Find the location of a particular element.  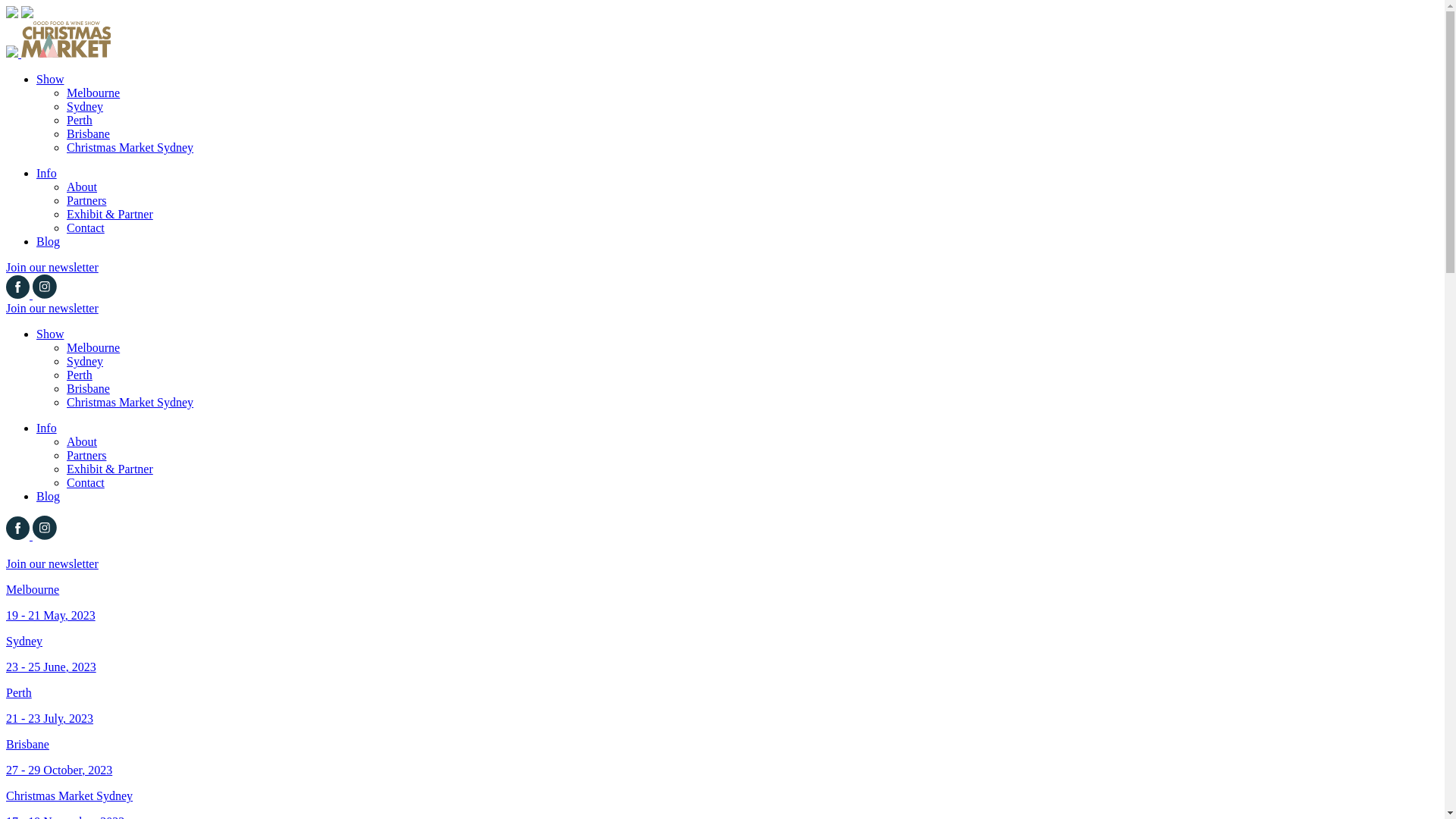

'Info' is located at coordinates (36, 172).